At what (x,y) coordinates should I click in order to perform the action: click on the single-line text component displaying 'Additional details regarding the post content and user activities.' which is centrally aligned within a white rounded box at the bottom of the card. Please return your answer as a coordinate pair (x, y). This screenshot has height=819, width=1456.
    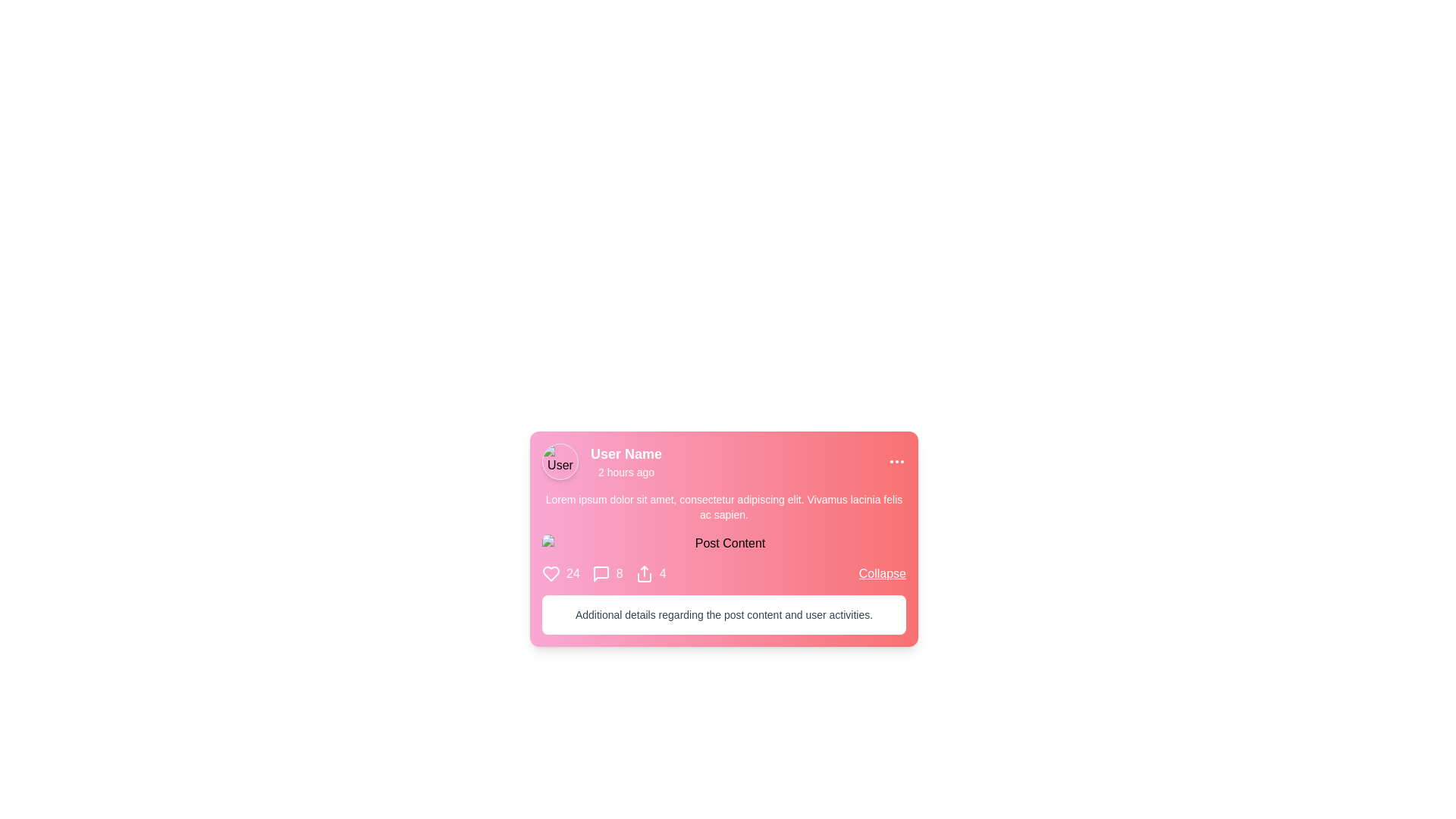
    Looking at the image, I should click on (723, 614).